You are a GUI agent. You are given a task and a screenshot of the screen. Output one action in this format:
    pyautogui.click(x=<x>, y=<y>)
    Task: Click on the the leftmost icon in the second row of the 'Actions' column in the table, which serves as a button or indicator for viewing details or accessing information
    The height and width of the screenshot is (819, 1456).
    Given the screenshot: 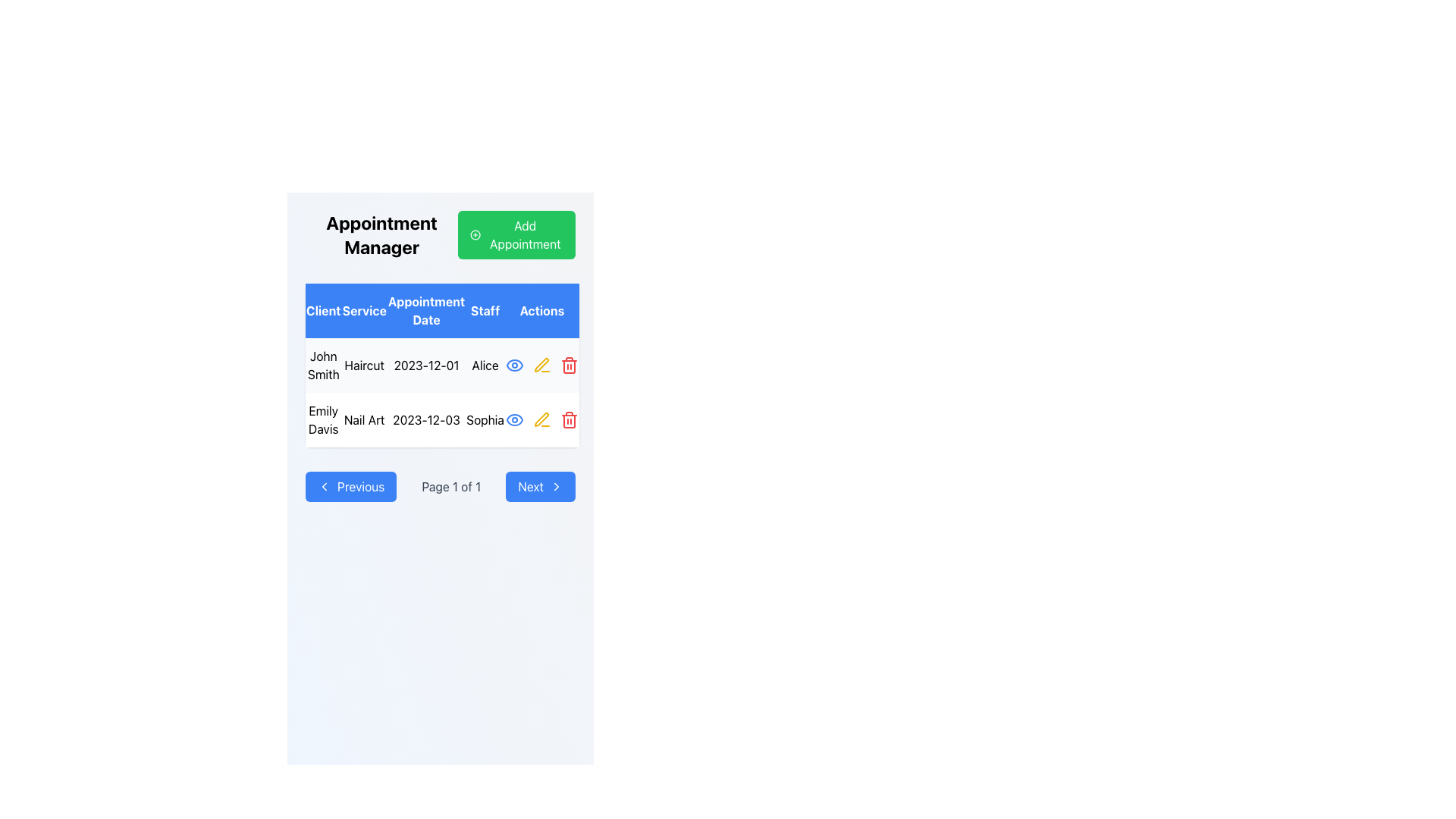 What is the action you would take?
    pyautogui.click(x=514, y=366)
    